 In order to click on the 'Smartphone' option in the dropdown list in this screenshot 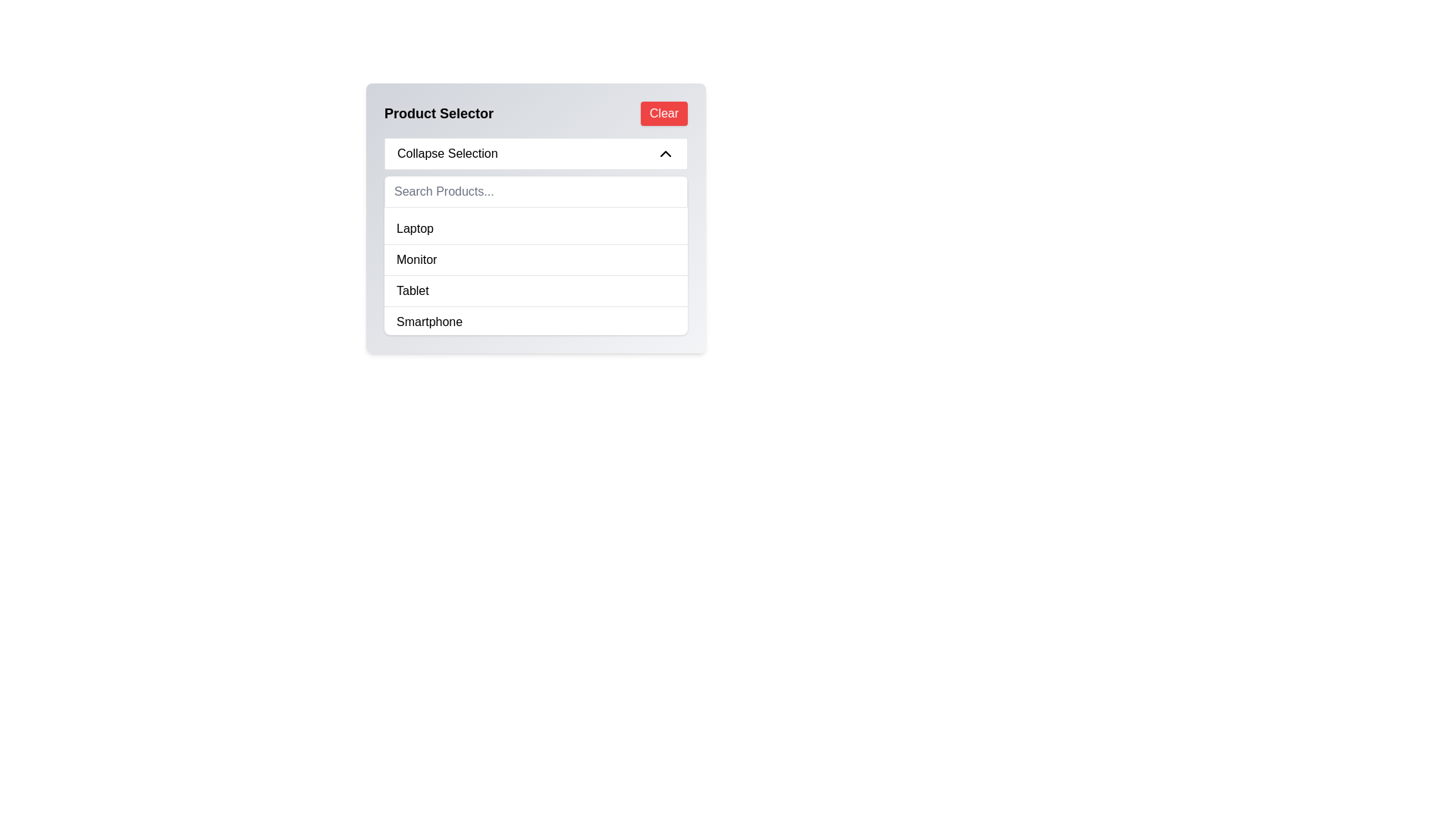, I will do `click(535, 321)`.